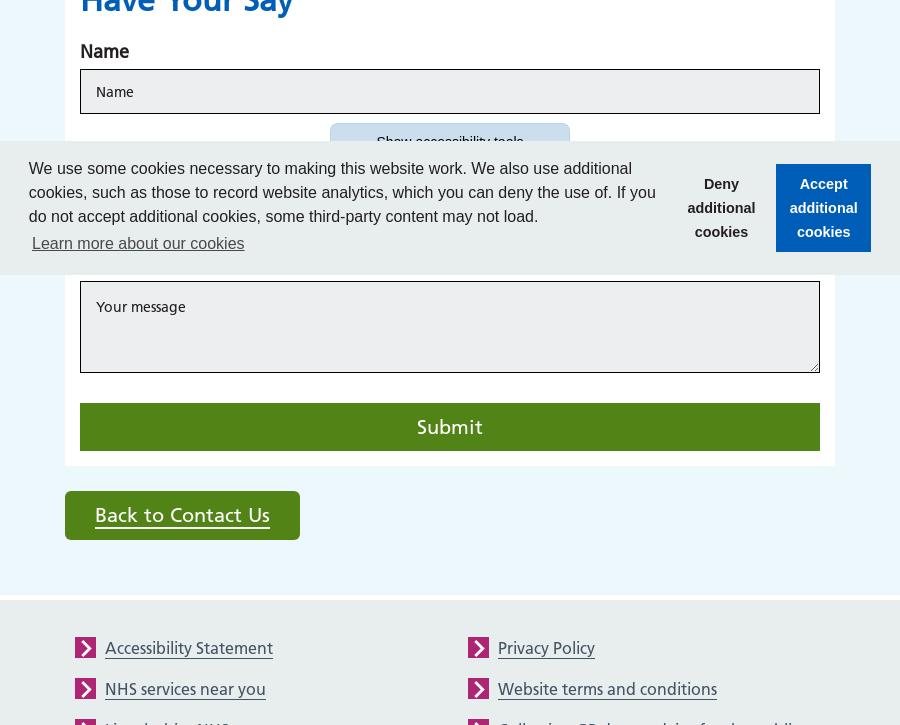  I want to click on 'We use some cookies necessary to making this website work. We also use additional cookies, such as those to record website analytics, which you can deny the use of. If you do not accept additional cookies, some third-party content may not load.', so click(26, 190).